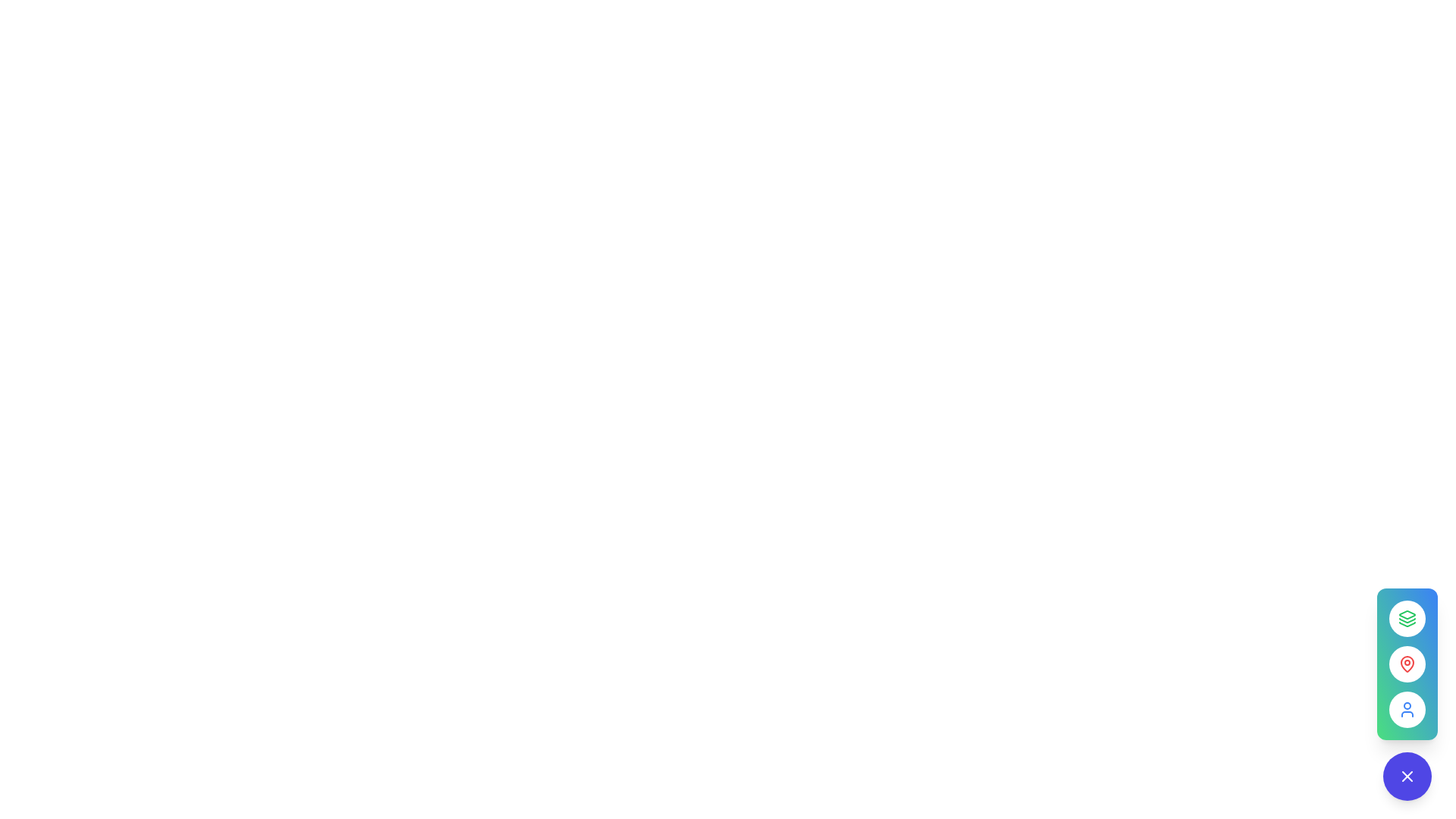 The width and height of the screenshot is (1456, 819). I want to click on the uppermost graphical icon on the right-hand edge of the interface, so click(1407, 614).